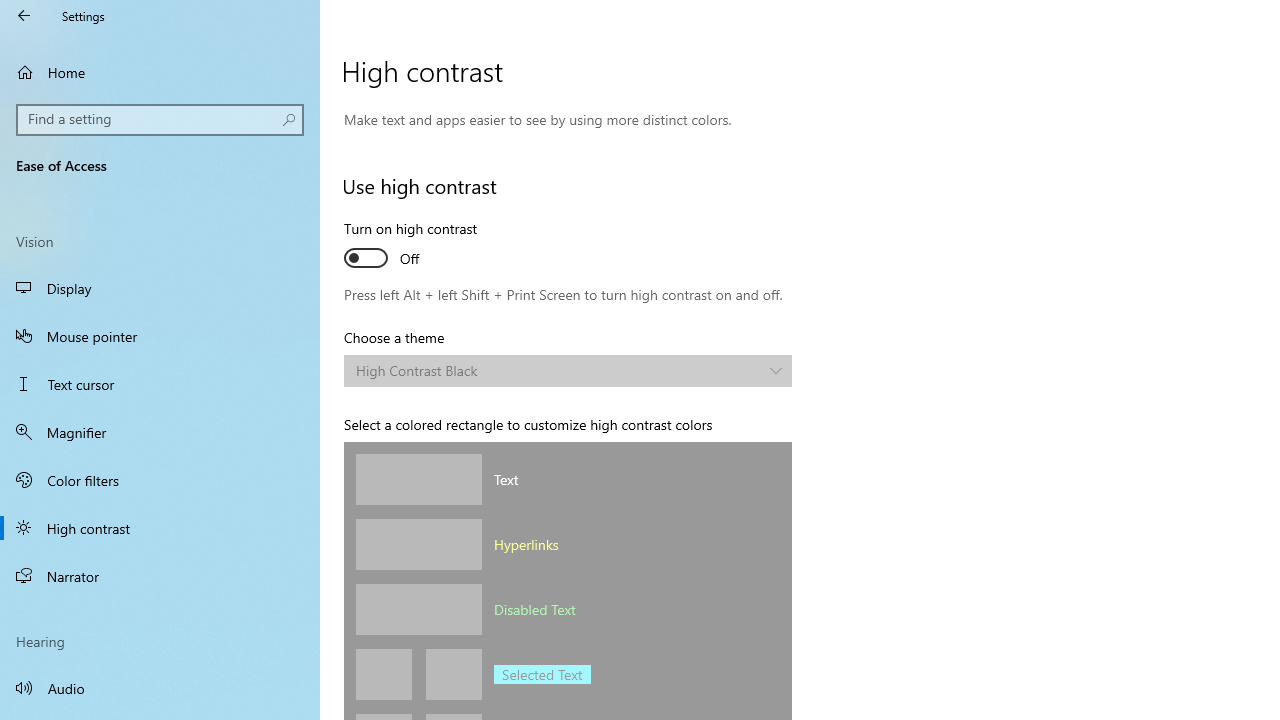 This screenshot has width=1280, height=720. What do you see at coordinates (24, 15) in the screenshot?
I see `'Back'` at bounding box center [24, 15].